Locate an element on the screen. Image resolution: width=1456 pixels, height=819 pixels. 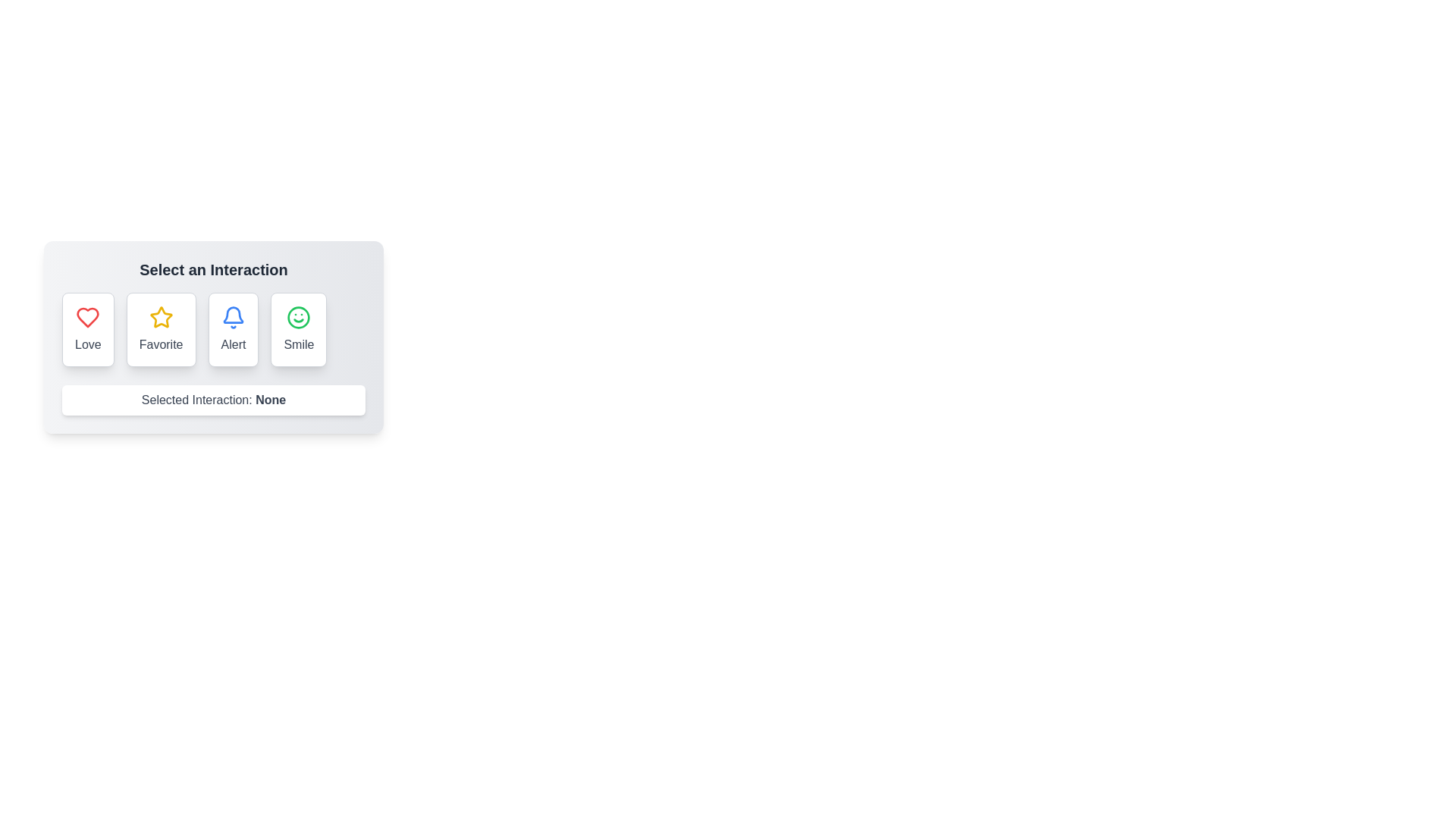
the interaction by clicking on the Love button is located at coordinates (86, 329).